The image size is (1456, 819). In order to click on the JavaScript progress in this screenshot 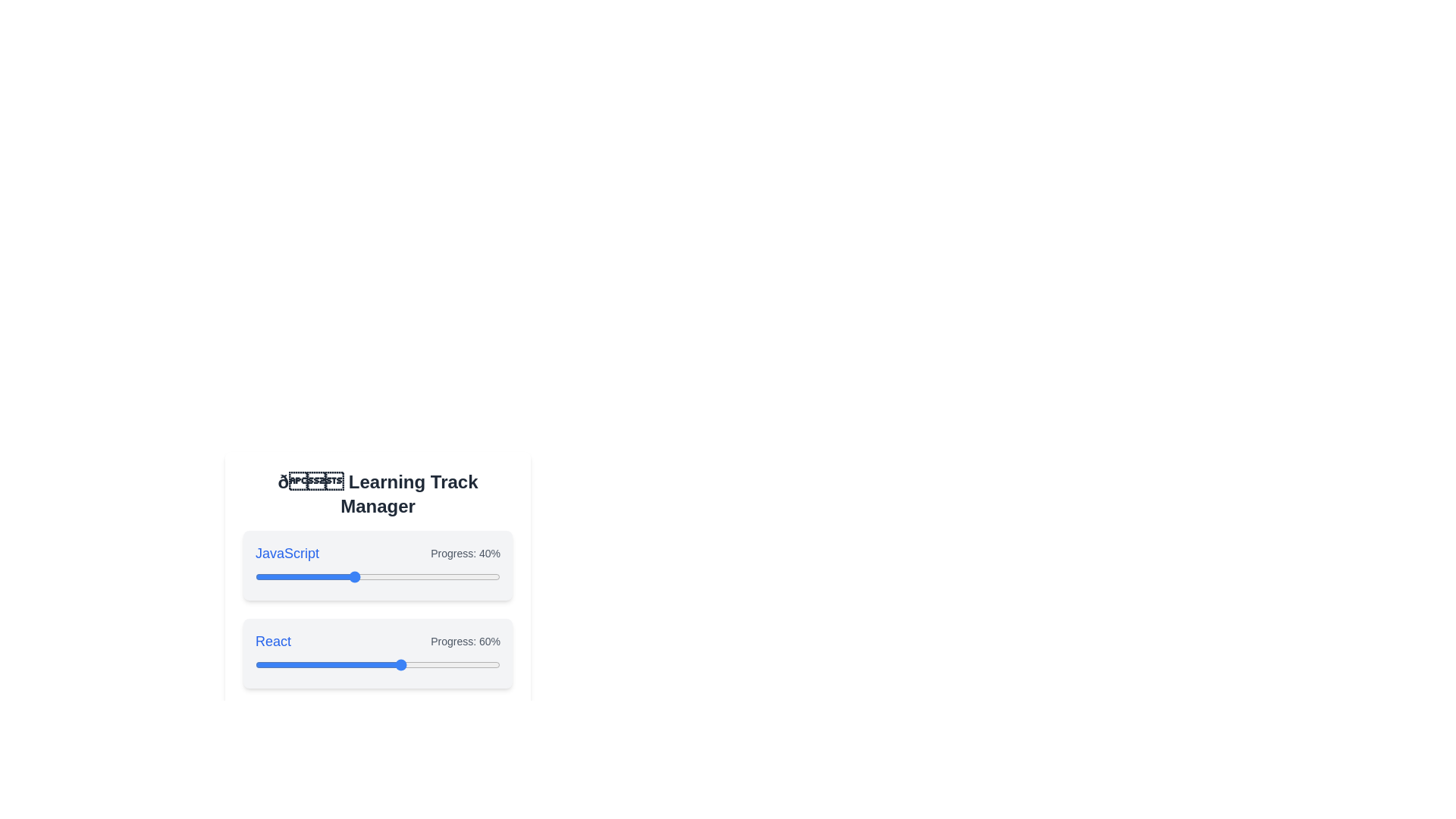, I will do `click(419, 576)`.